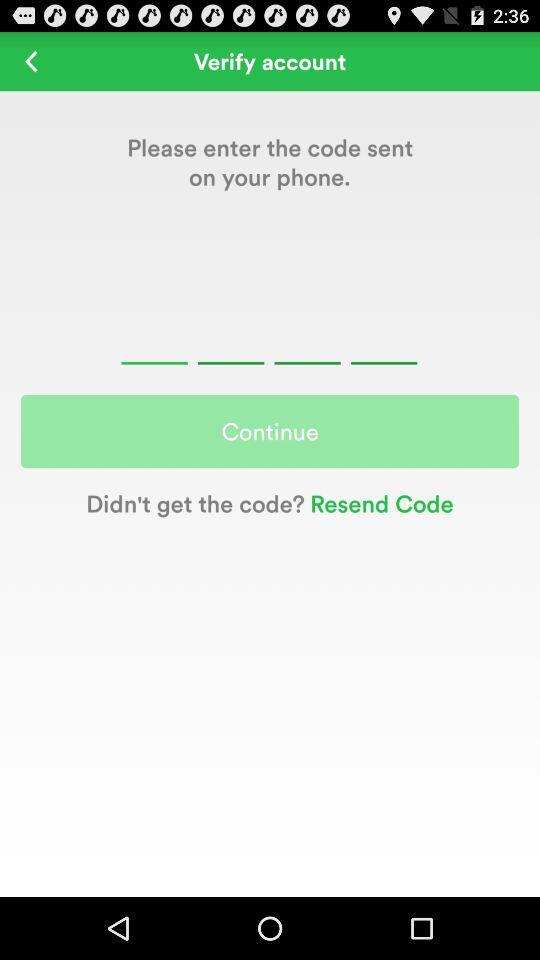  What do you see at coordinates (379, 502) in the screenshot?
I see `resend code icon` at bounding box center [379, 502].